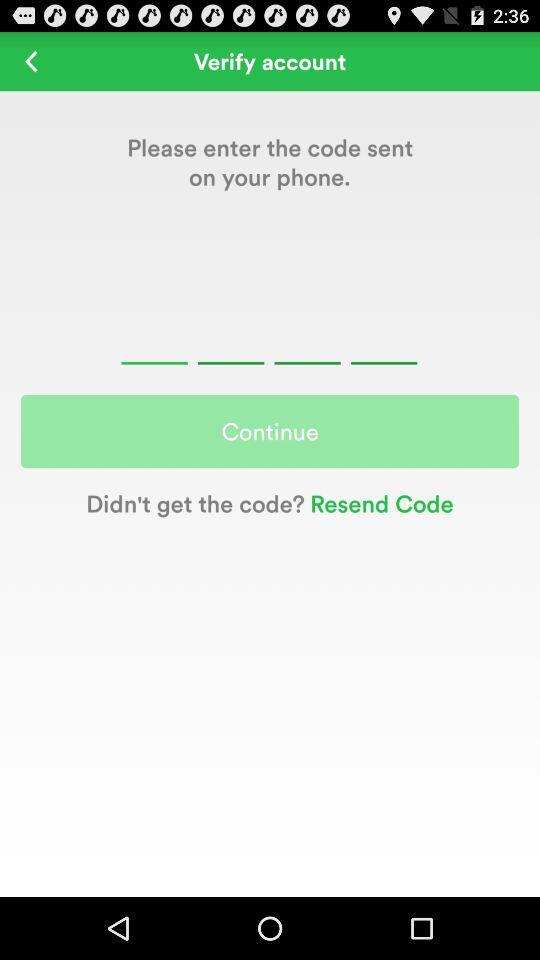  What do you see at coordinates (379, 502) in the screenshot?
I see `resend code icon` at bounding box center [379, 502].